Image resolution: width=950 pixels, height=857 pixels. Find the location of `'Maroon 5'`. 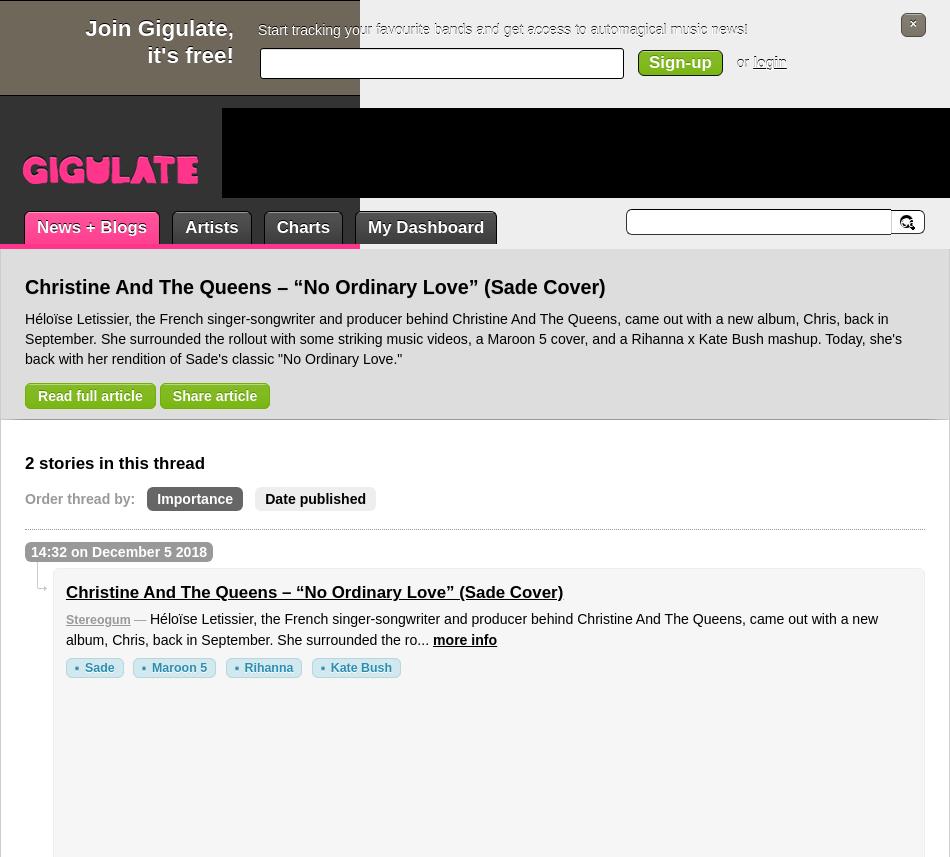

'Maroon 5' is located at coordinates (179, 666).